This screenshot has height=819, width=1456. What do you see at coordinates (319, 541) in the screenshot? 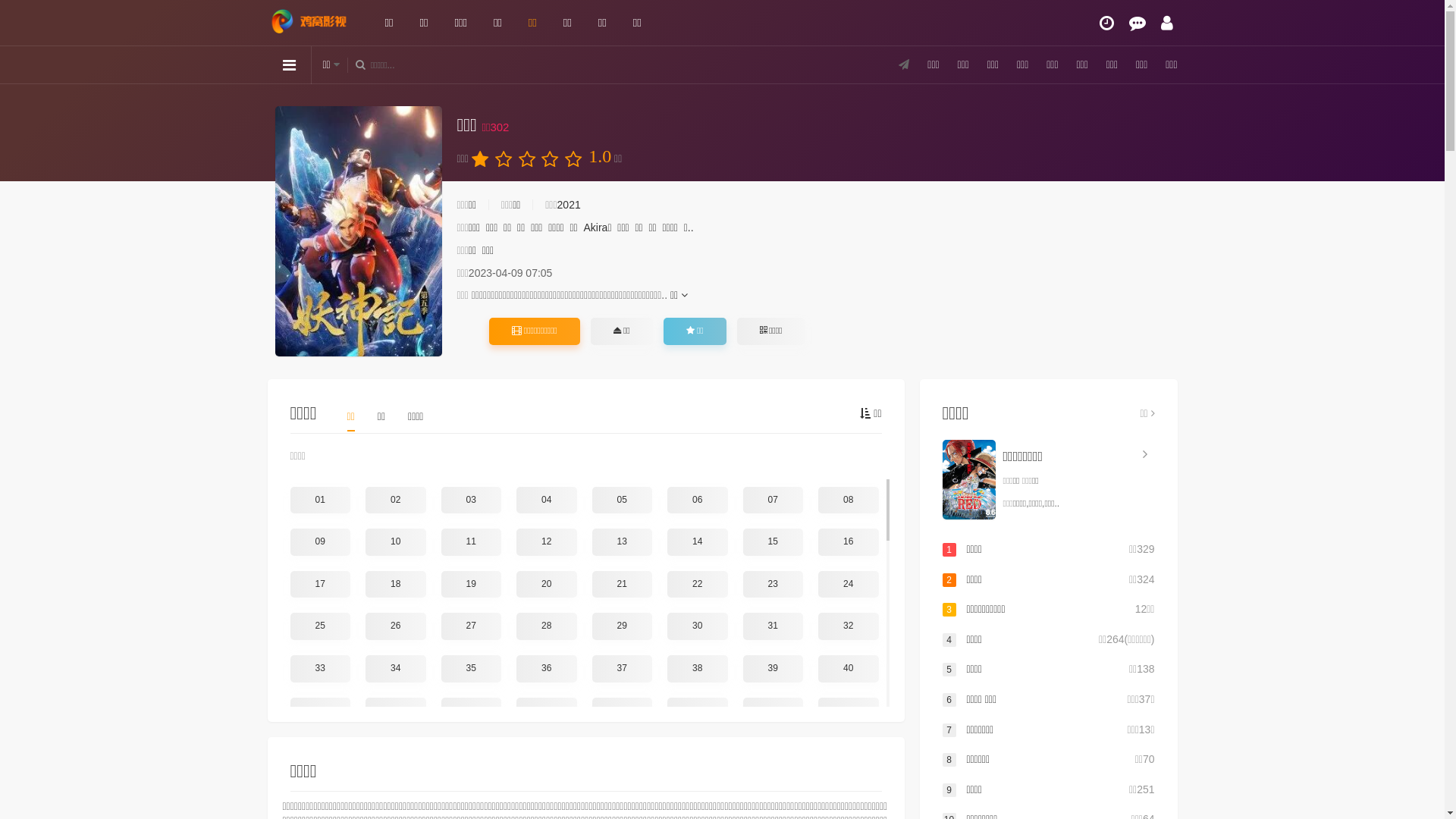
I see `'09'` at bounding box center [319, 541].